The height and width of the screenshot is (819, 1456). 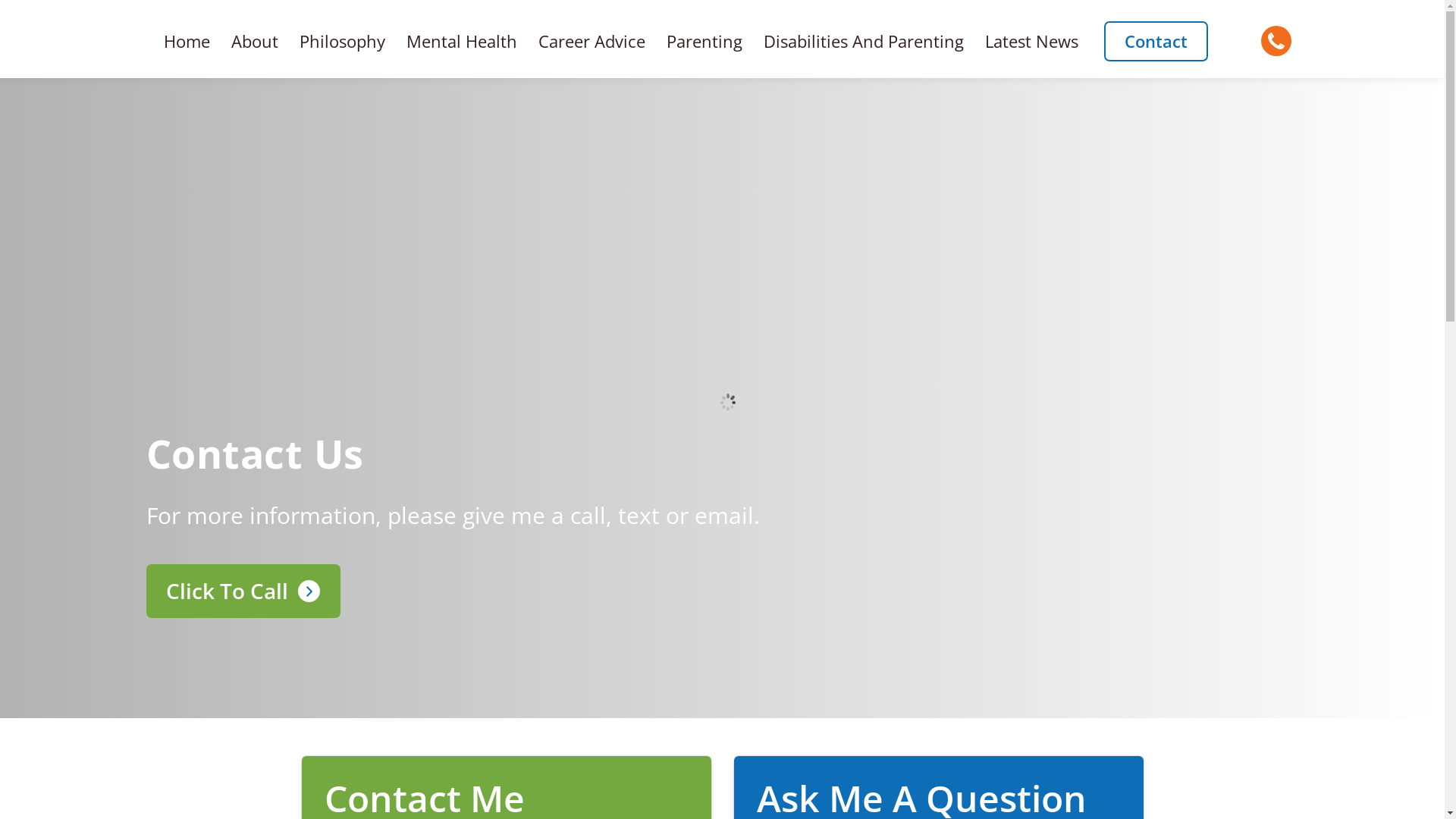 I want to click on 'Career Advice', so click(x=528, y=40).